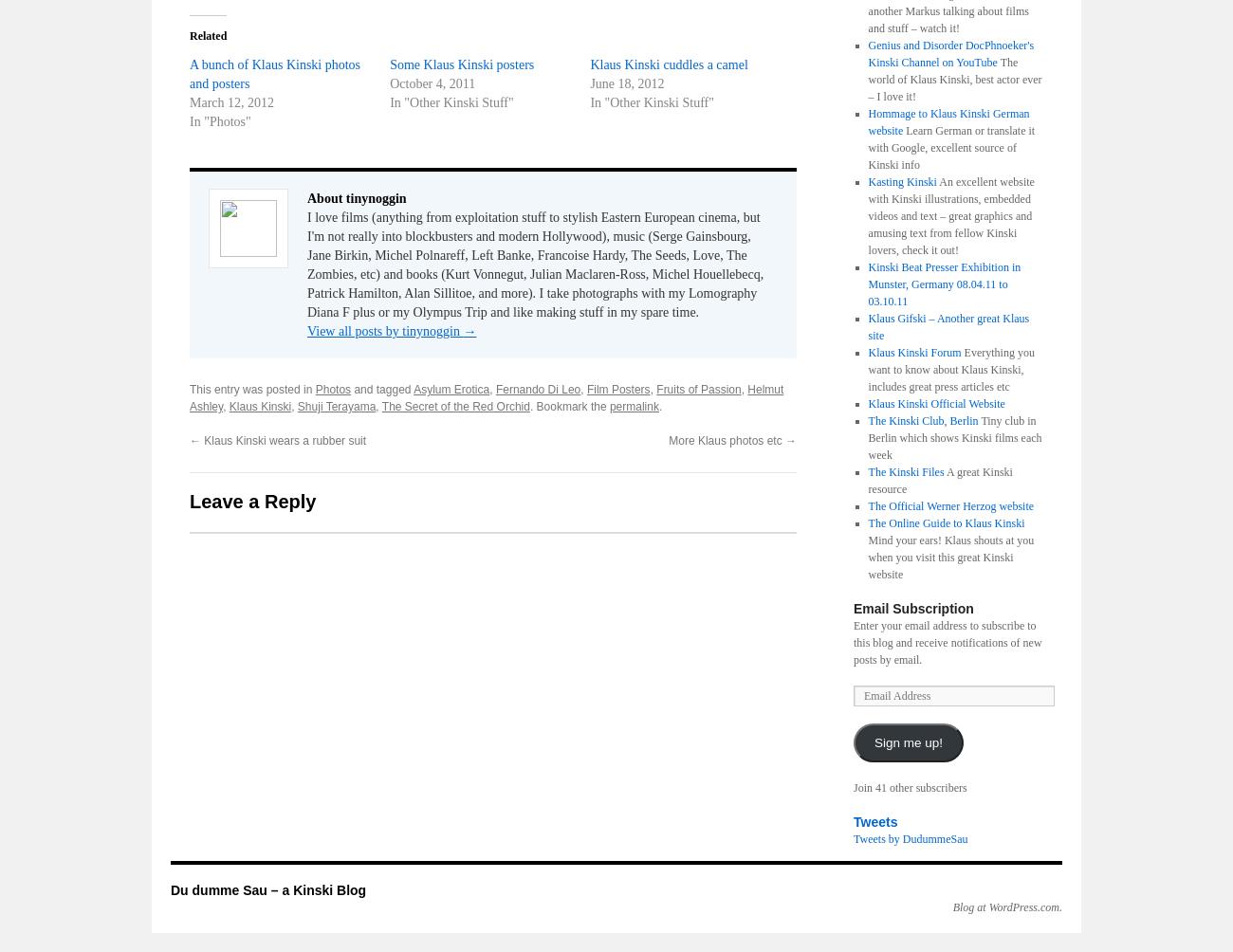  What do you see at coordinates (866, 147) in the screenshot?
I see `'Learn German or translate it with Google, excellent source of Kinski info'` at bounding box center [866, 147].